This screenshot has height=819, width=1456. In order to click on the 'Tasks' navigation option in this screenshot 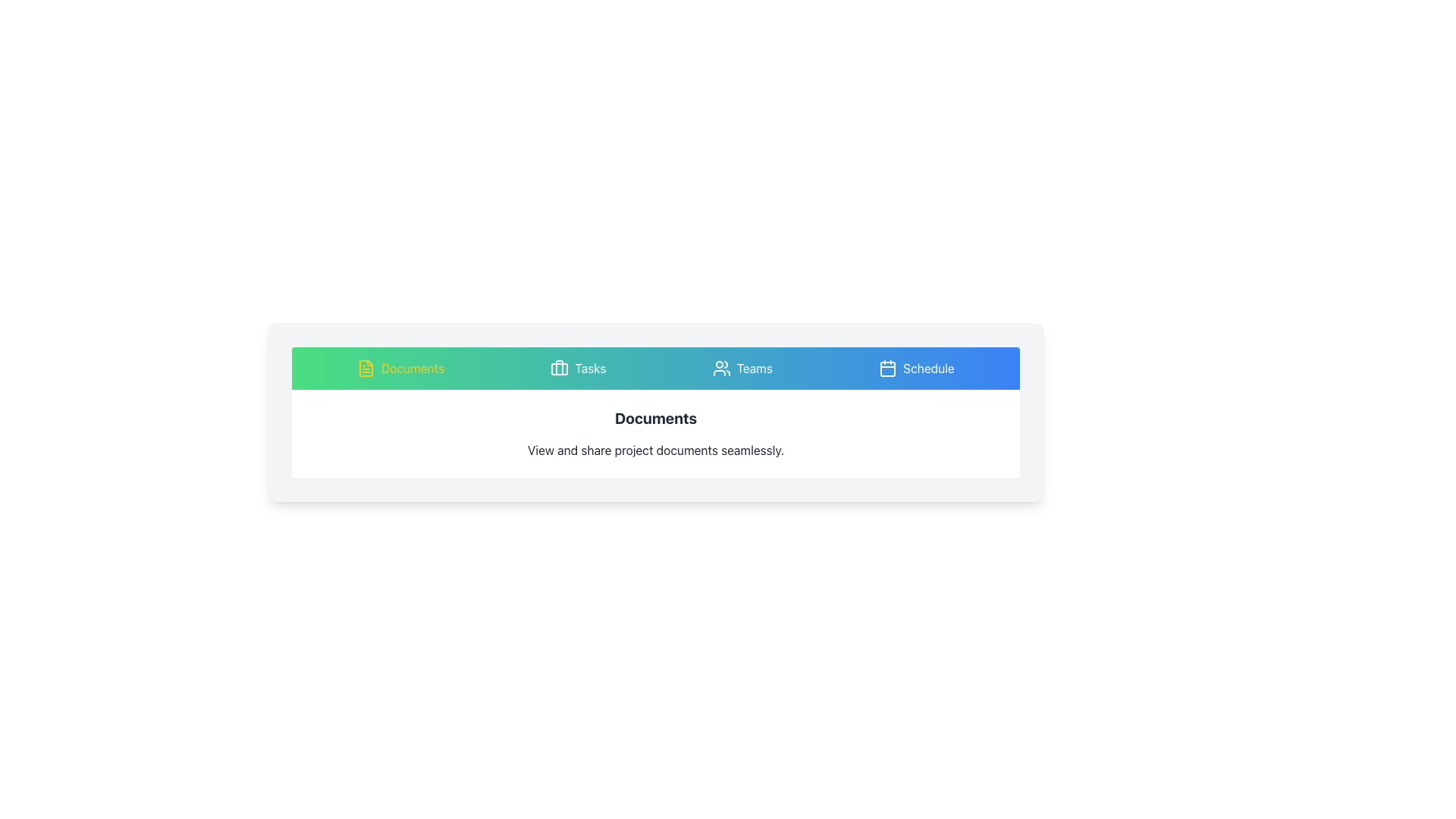, I will do `click(589, 369)`.